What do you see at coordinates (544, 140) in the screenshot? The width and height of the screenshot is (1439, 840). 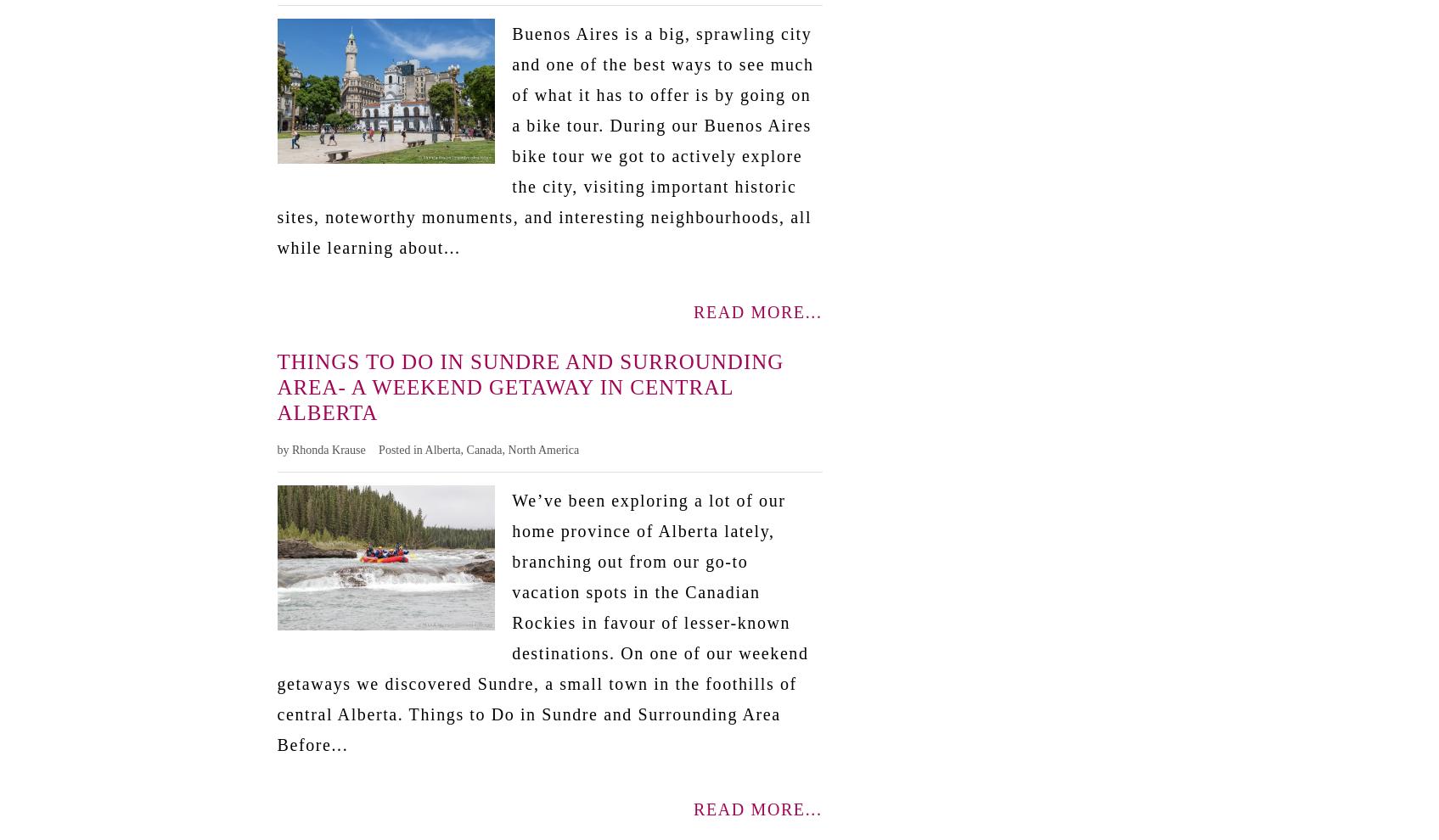 I see `'Buenos Aires is a big, sprawling city and one of the best ways to see much of what it has to offer is by going on a bike tour. During our Buenos Aires bike tour we got to actively explore the city, visiting important historic sites, noteworthy monuments, and interesting neighbourhoods, all while learning about...'` at bounding box center [544, 140].